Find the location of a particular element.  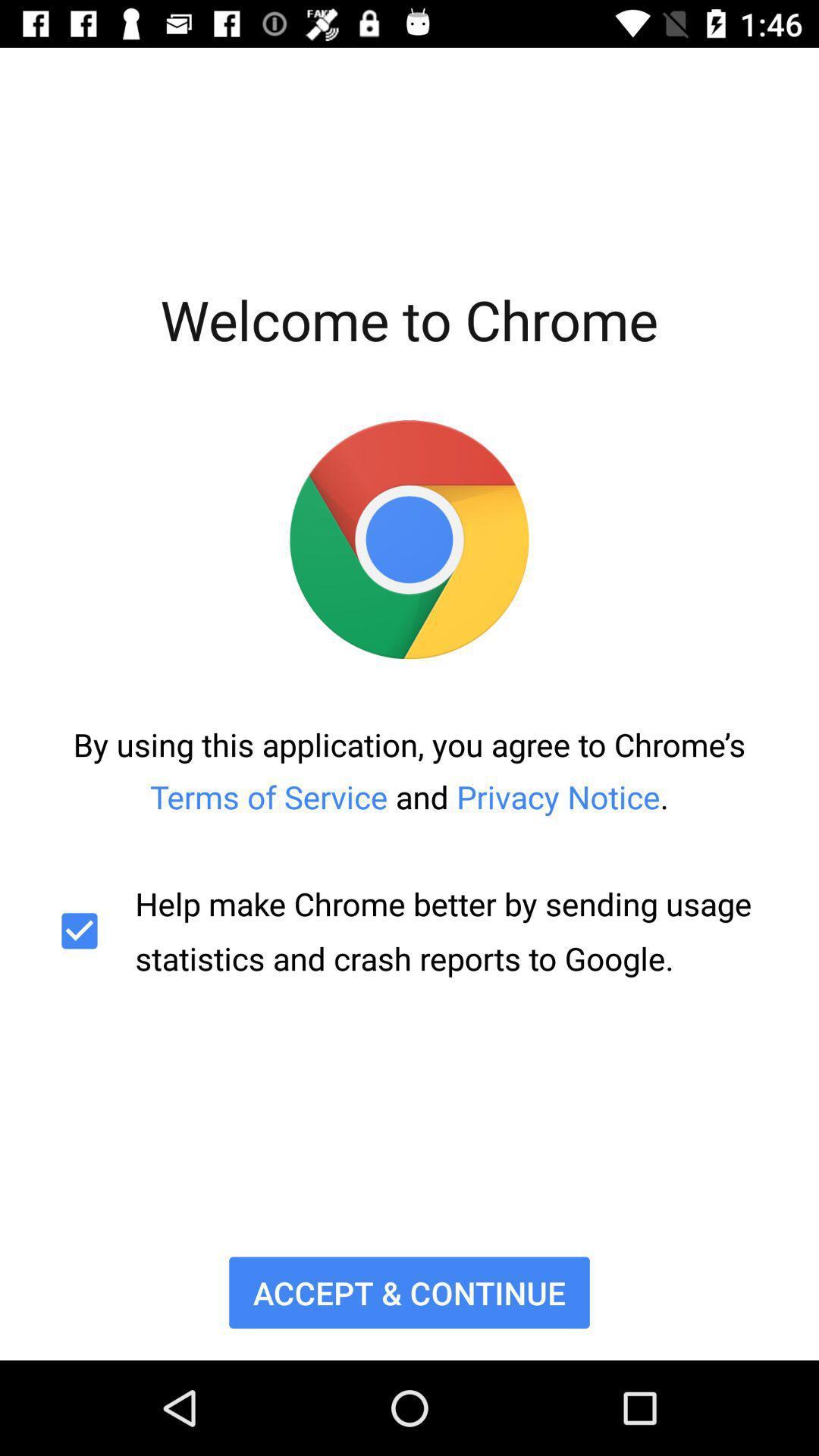

the by using this item is located at coordinates (409, 770).